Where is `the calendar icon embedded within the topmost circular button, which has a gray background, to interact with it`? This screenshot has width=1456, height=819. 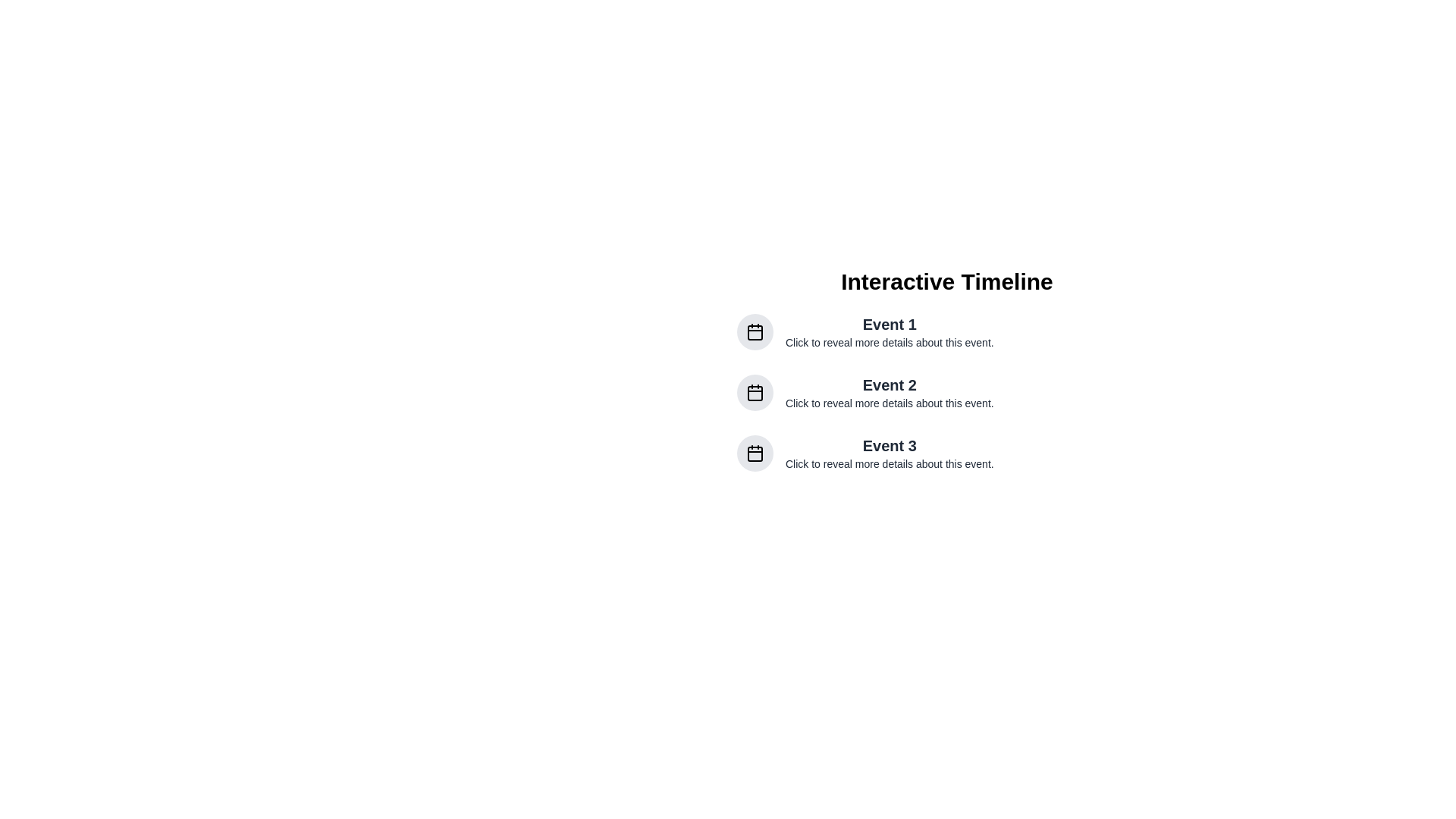
the calendar icon embedded within the topmost circular button, which has a gray background, to interact with it is located at coordinates (755, 331).